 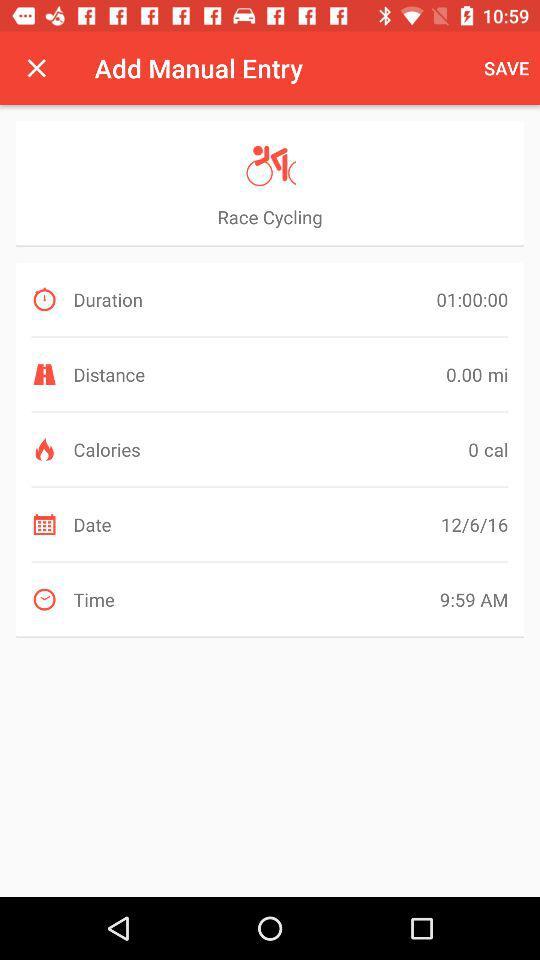 What do you see at coordinates (505, 68) in the screenshot?
I see `icon next to add manual entry item` at bounding box center [505, 68].